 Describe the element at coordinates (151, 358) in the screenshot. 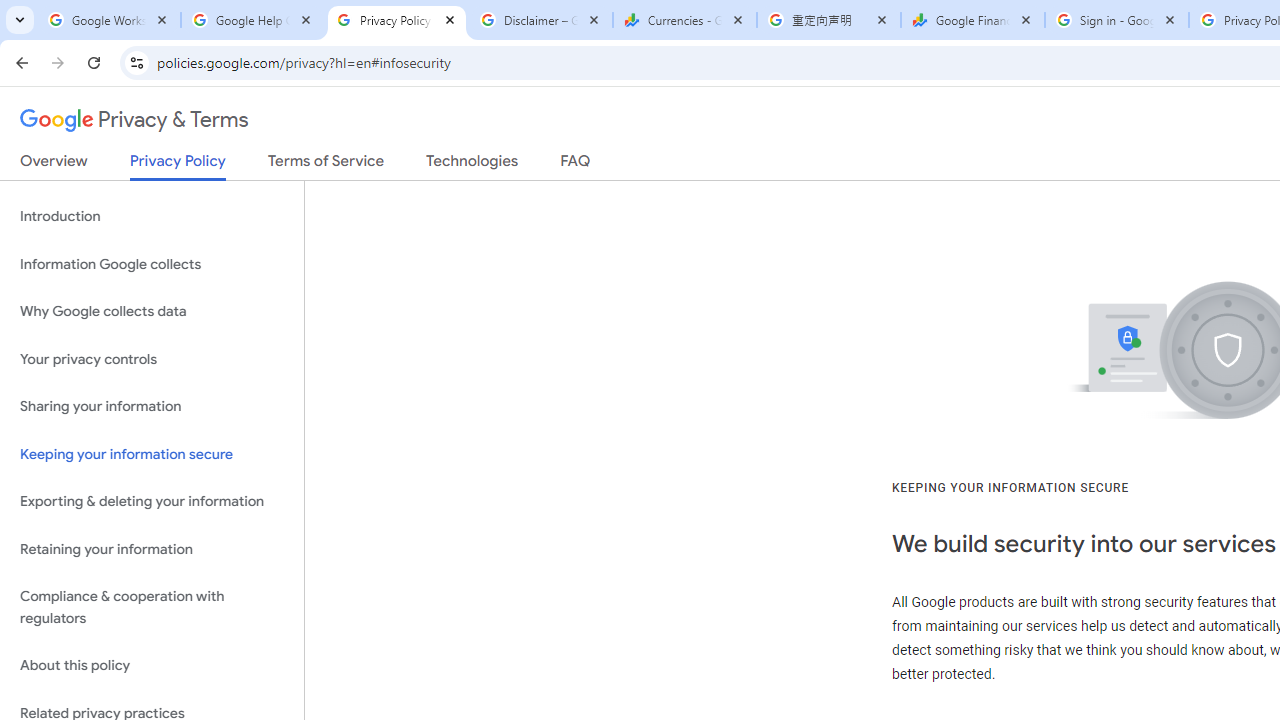

I see `'Your privacy controls'` at that location.